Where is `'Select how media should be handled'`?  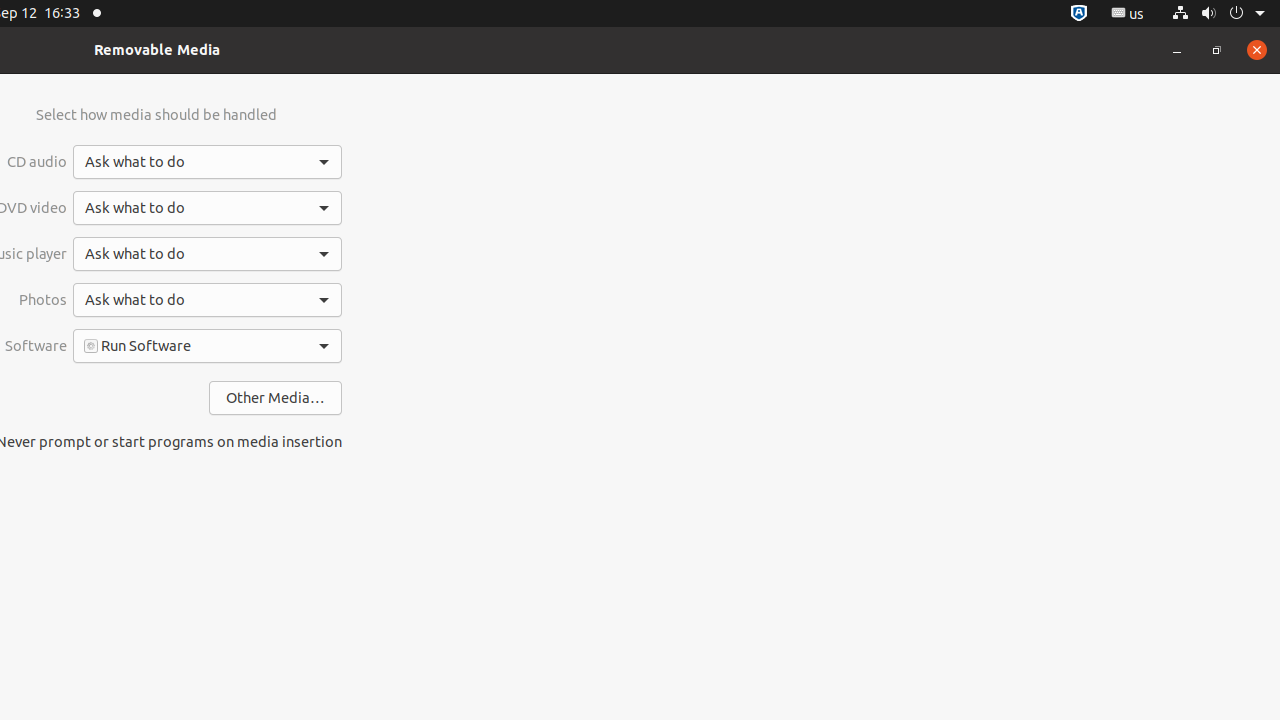 'Select how media should be handled' is located at coordinates (155, 114).